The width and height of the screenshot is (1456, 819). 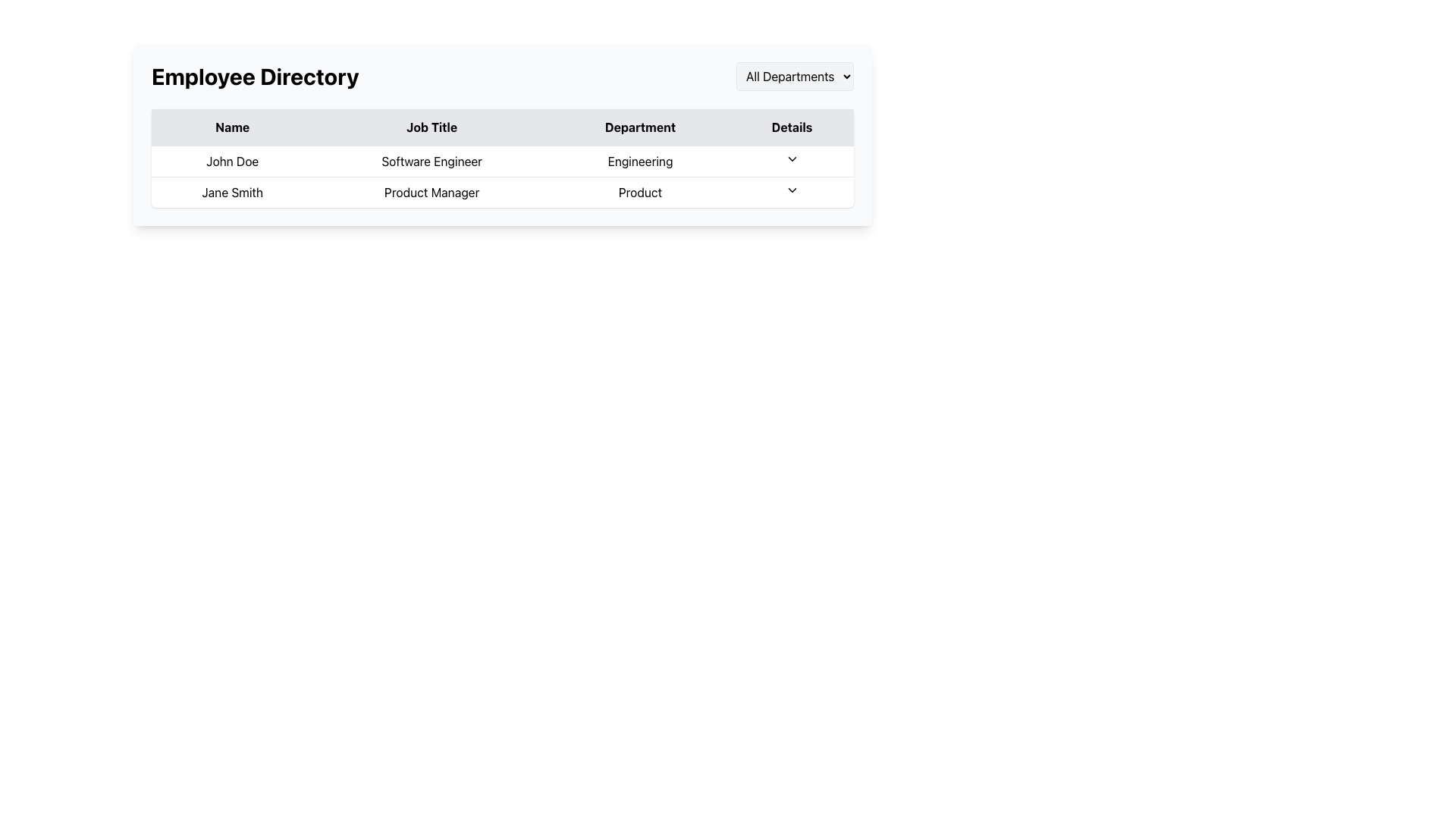 What do you see at coordinates (431, 191) in the screenshot?
I see `the text label displaying the job title of an individual in the employee directory, located in the second cell of the second row, under the 'Job Title' column` at bounding box center [431, 191].